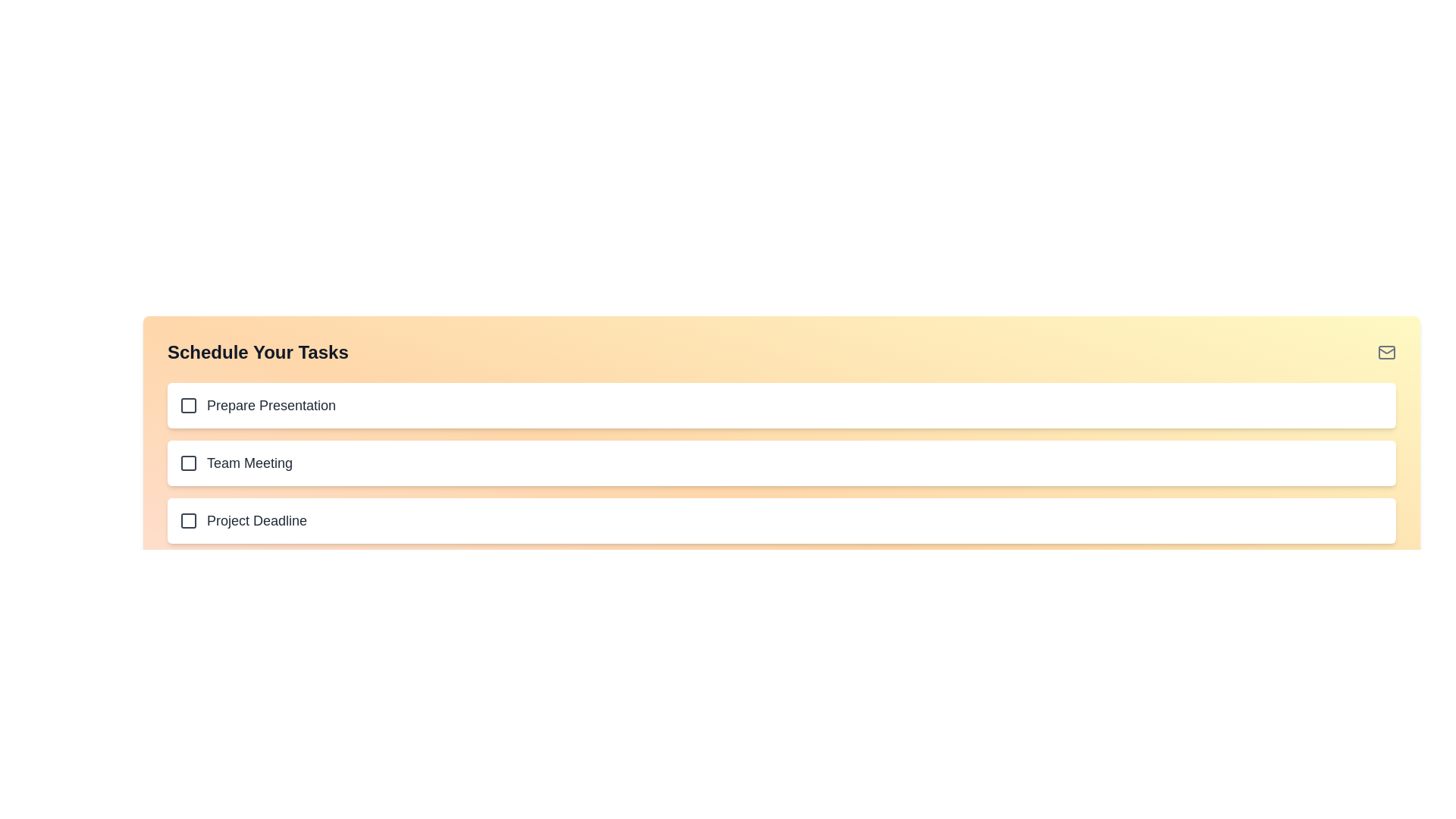  Describe the element at coordinates (1386, 353) in the screenshot. I see `the envelope icon in the top-right corner of the 'Schedule Your Tasks' section` at that location.